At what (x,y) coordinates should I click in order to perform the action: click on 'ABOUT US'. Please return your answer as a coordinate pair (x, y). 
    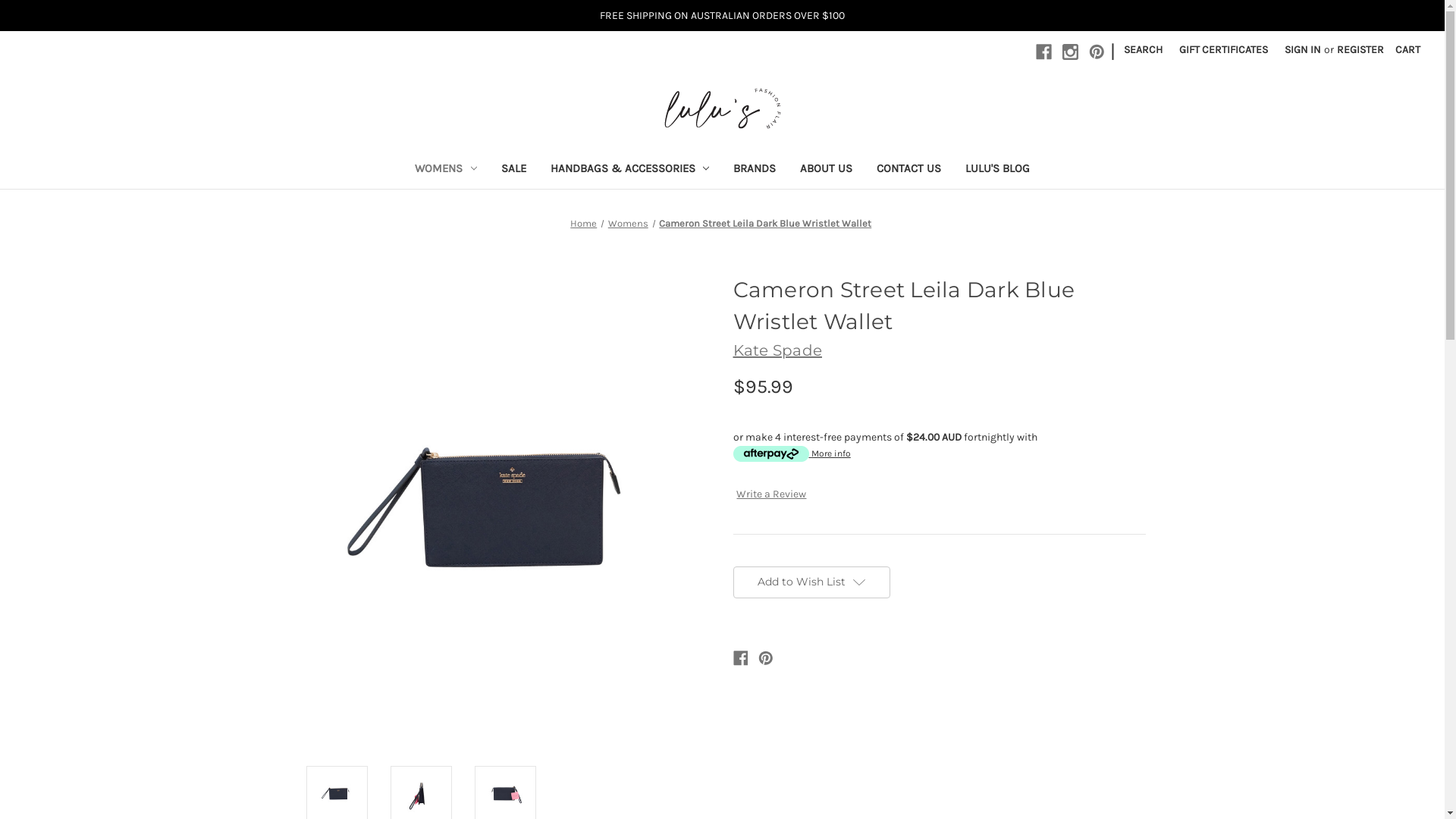
    Looking at the image, I should click on (825, 170).